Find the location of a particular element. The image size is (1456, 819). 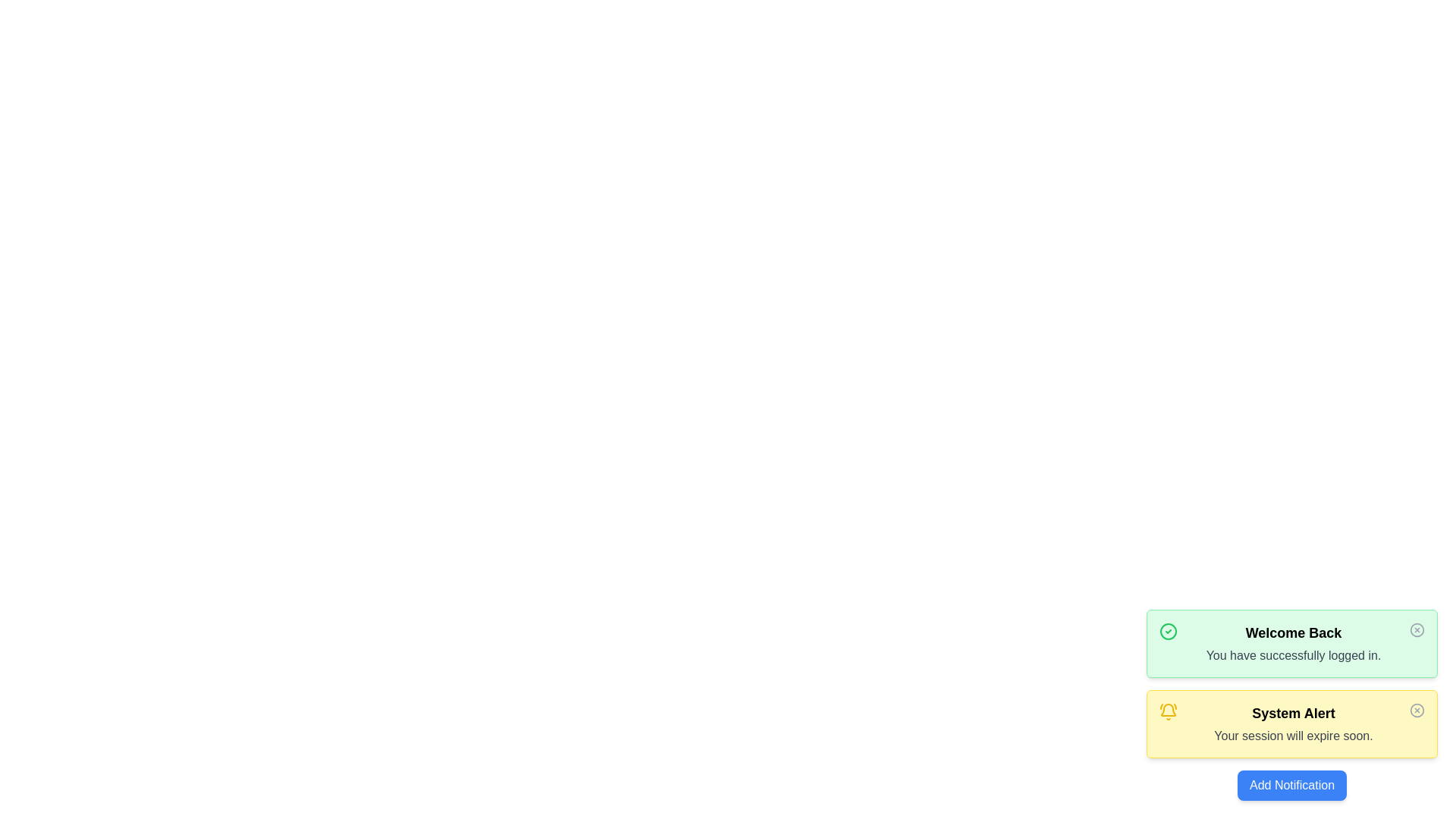

the second notification card is located at coordinates (1291, 704).